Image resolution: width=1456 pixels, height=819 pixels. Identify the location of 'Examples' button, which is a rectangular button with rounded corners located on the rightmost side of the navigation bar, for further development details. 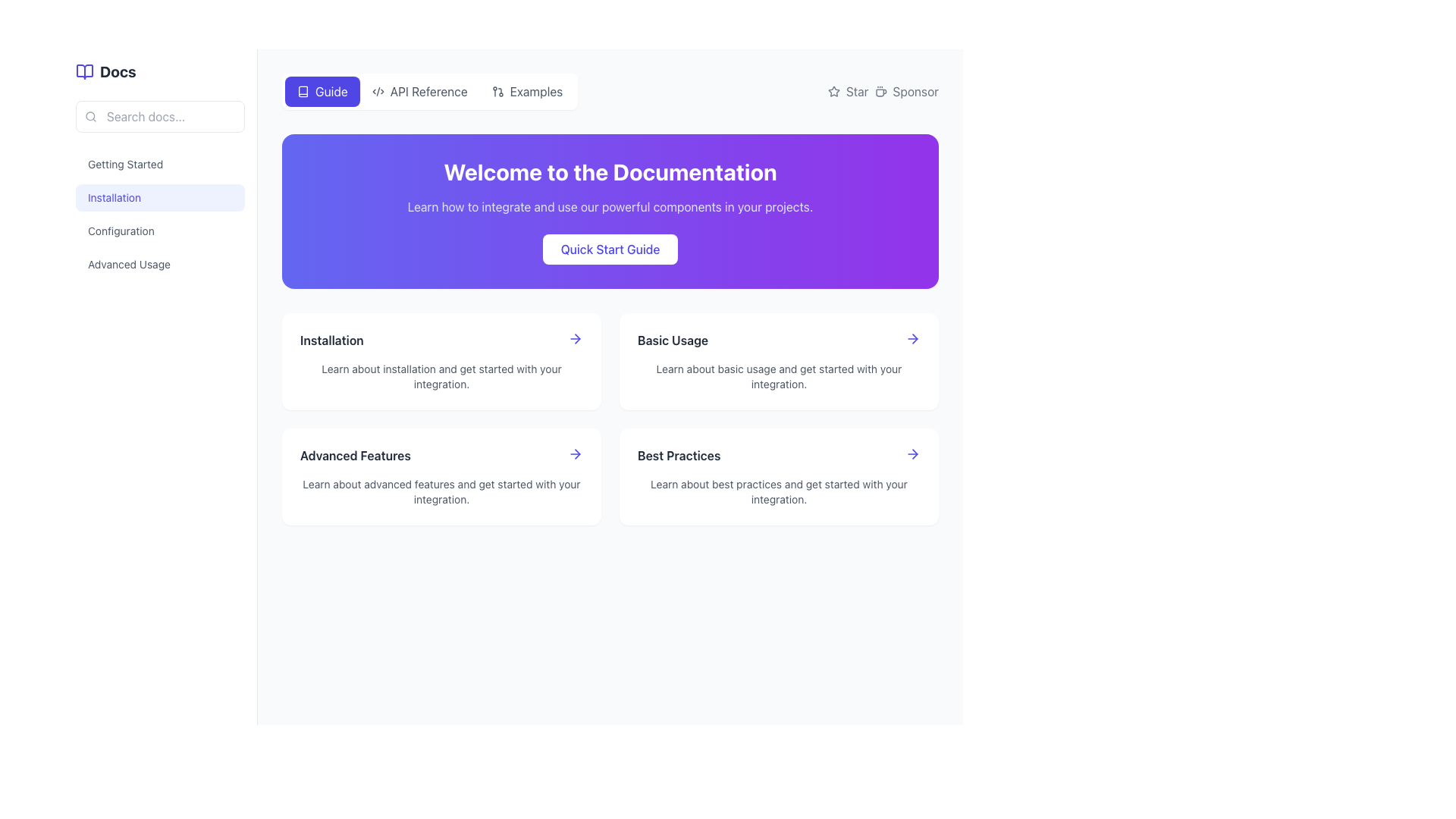
(527, 91).